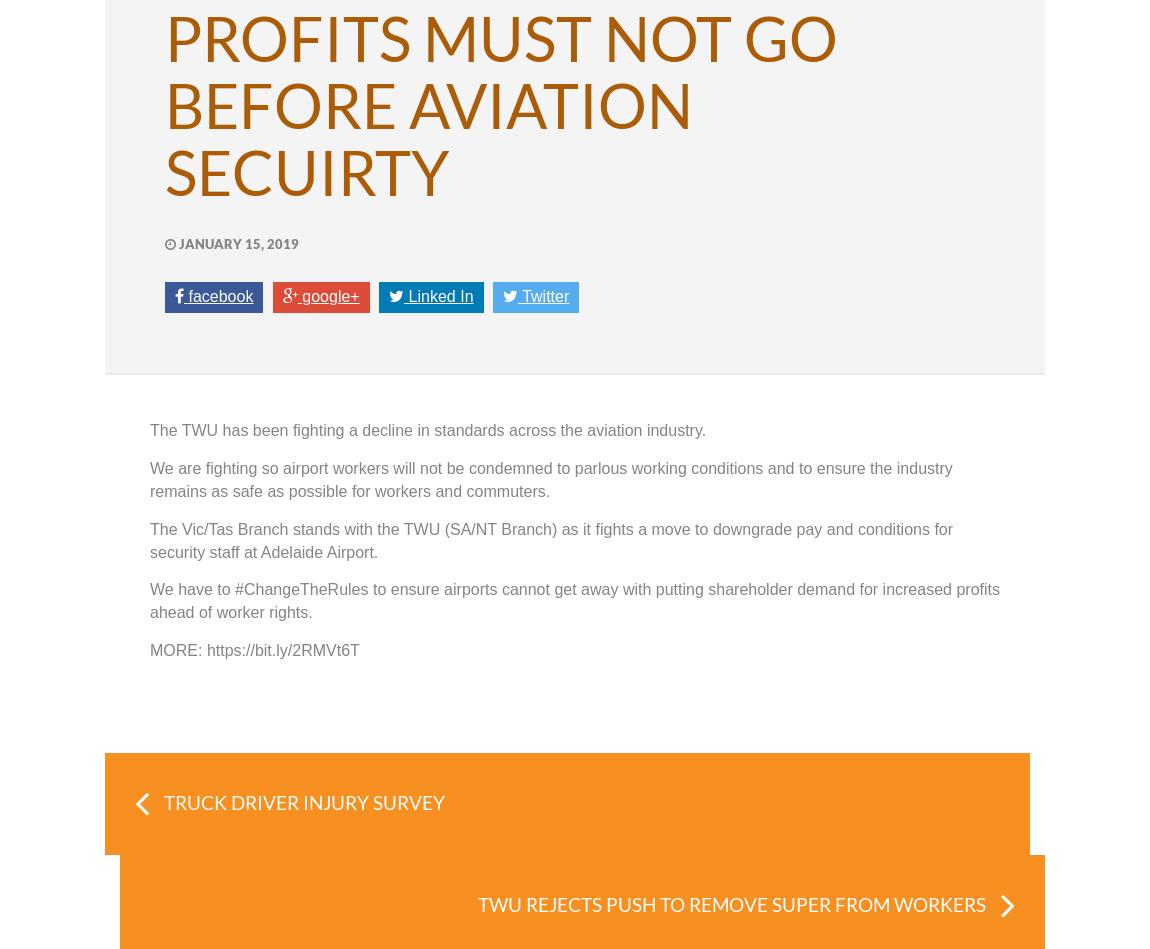 The width and height of the screenshot is (1150, 949). Describe the element at coordinates (574, 600) in the screenshot. I see `'We have to #ChangeTheRules to ensure airports cannot get away with putting shareholder demand for increased profits ahead of worker rights.'` at that location.